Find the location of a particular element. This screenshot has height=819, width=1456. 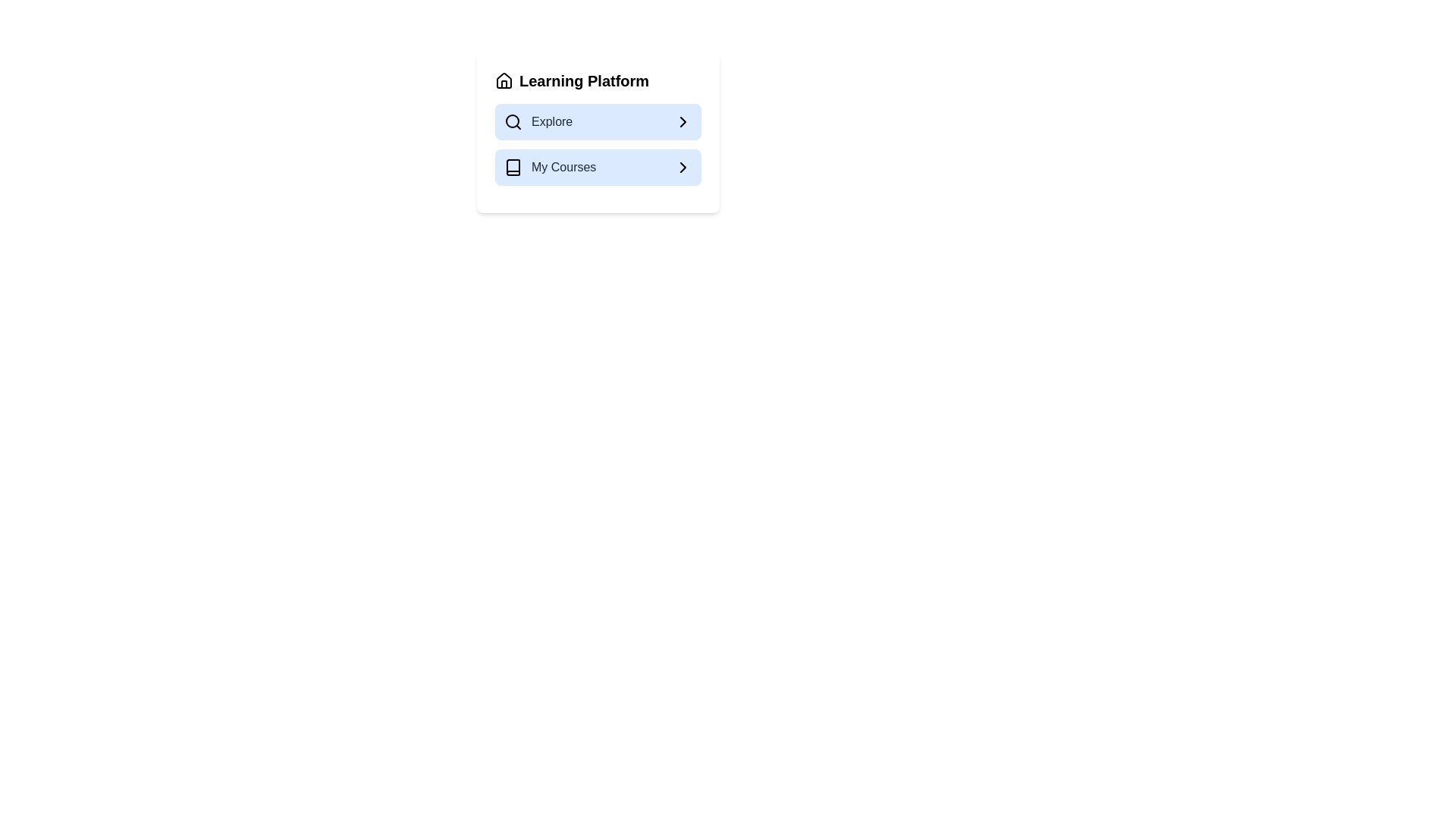

the book-like icon located to the left of 'My Courses' in the left navigation menu is located at coordinates (513, 167).